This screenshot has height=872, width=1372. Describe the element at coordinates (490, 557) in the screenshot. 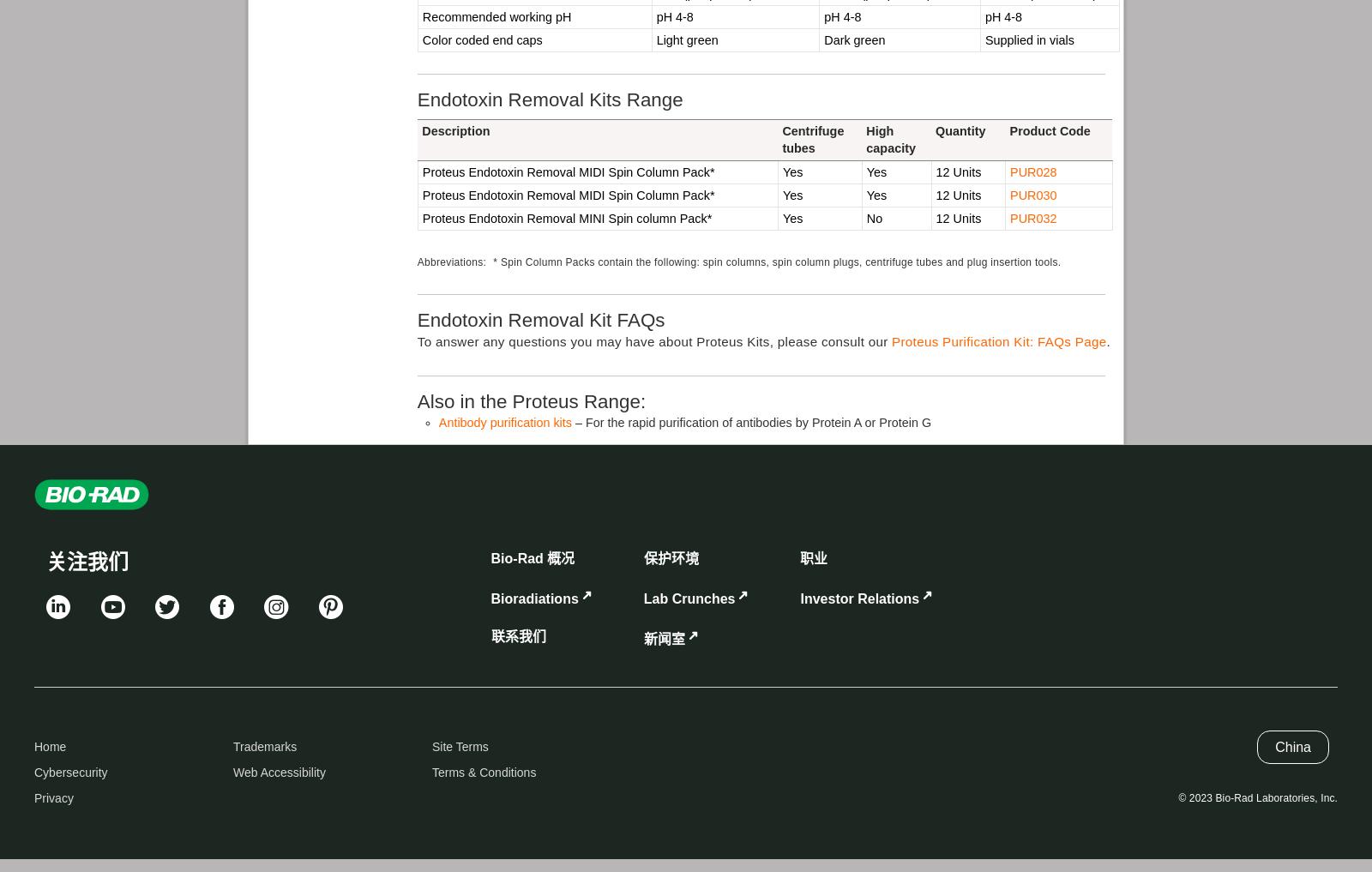

I see `'Bio-Rad 概况'` at that location.